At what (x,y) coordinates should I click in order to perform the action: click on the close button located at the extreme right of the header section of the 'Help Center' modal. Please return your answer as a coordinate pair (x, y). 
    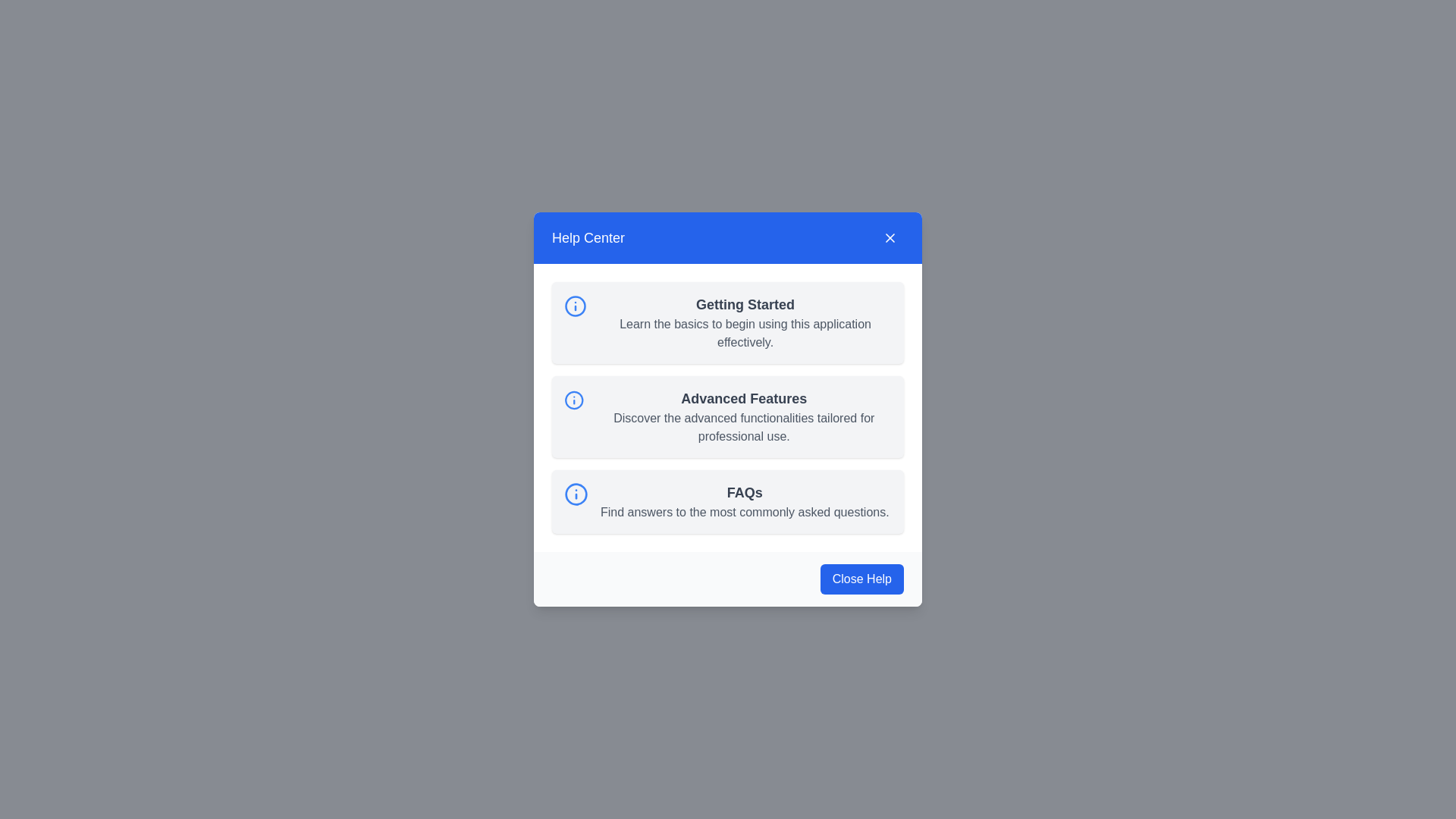
    Looking at the image, I should click on (890, 237).